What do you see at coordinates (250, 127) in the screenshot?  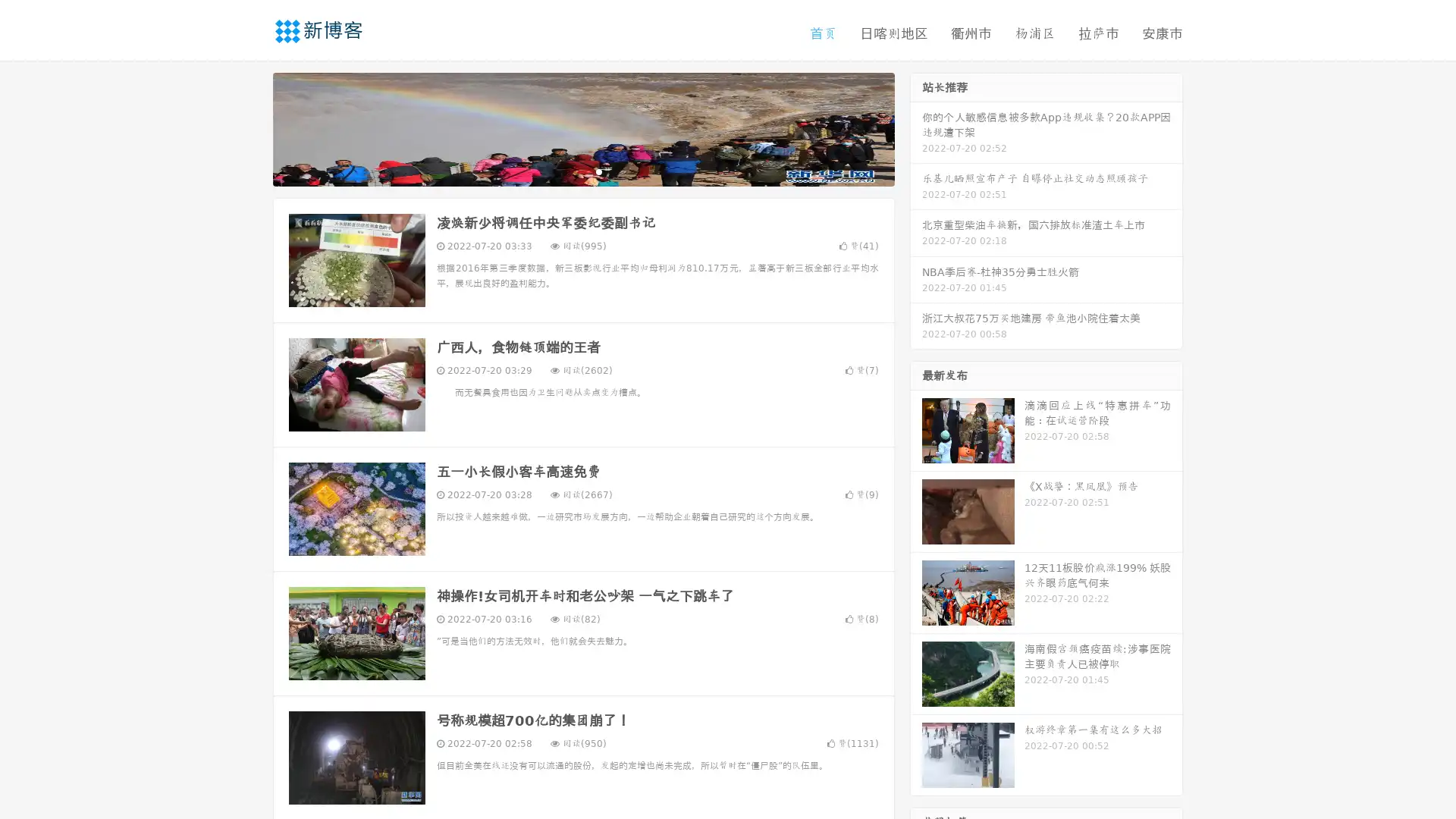 I see `Previous slide` at bounding box center [250, 127].